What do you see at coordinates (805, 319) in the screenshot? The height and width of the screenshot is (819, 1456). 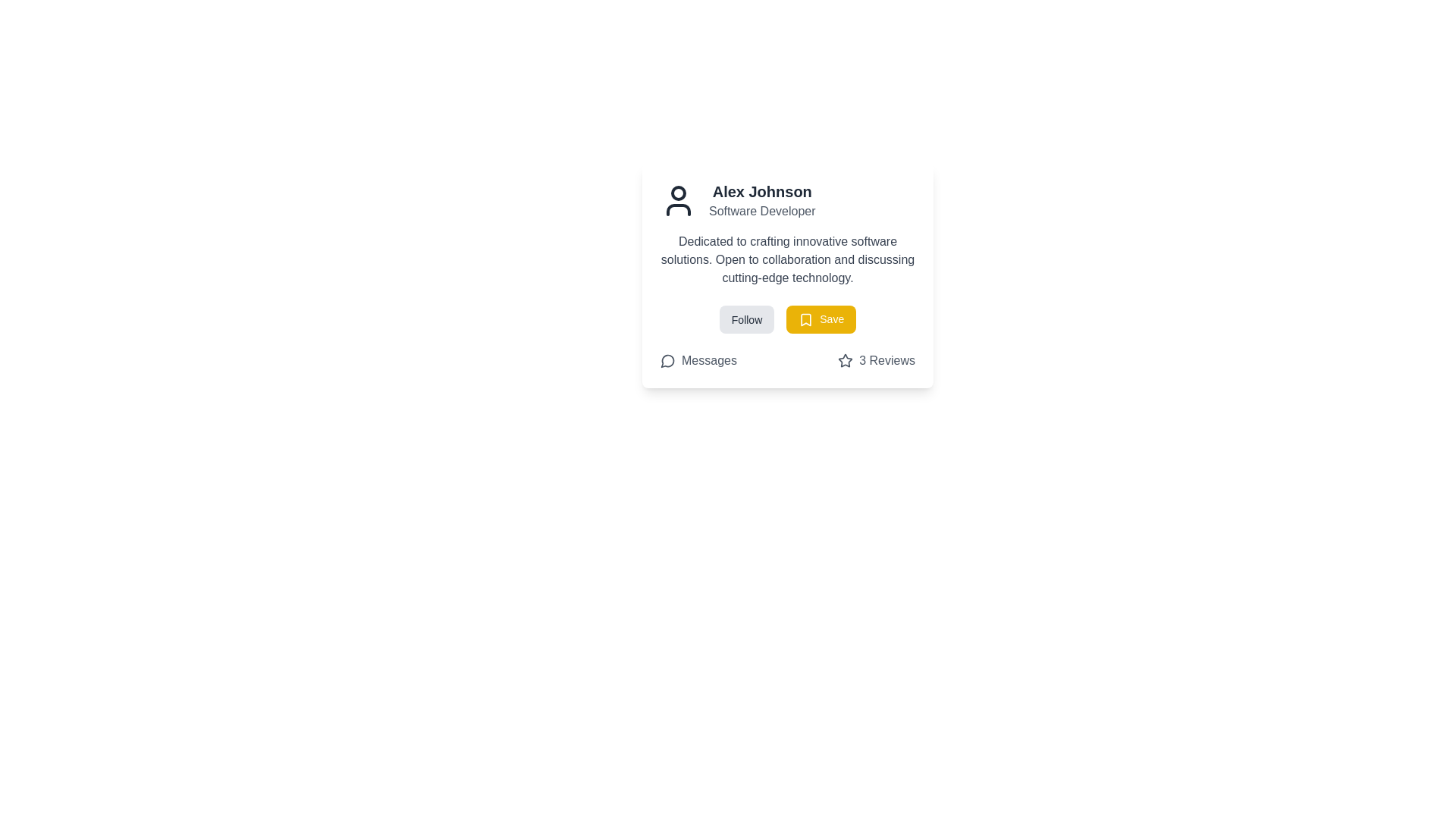 I see `the bookmark icon inside the 'Save' button, which represents the 'Save' action and is located to the left of the button's text label` at bounding box center [805, 319].